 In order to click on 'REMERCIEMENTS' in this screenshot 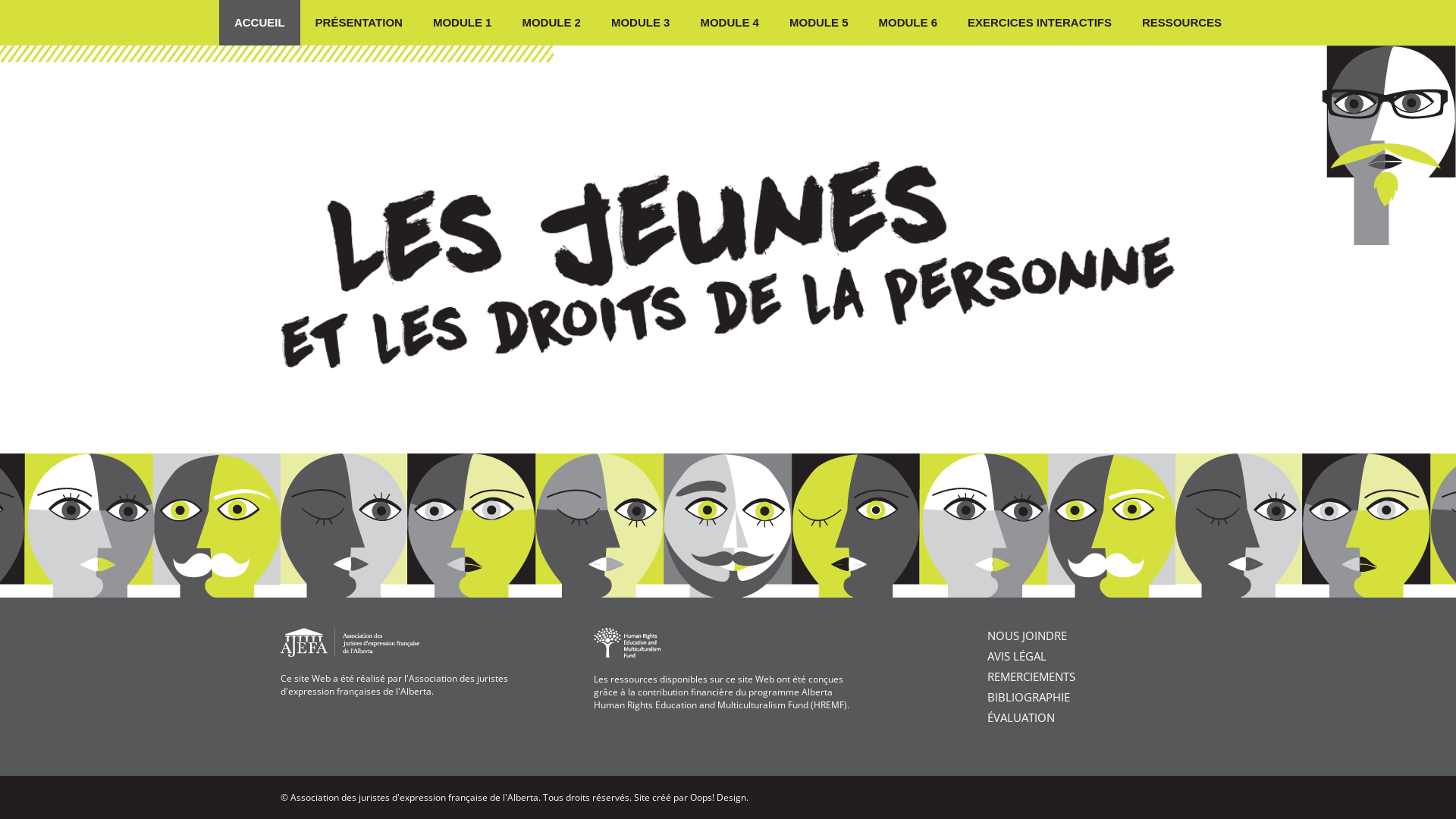, I will do `click(1031, 675)`.